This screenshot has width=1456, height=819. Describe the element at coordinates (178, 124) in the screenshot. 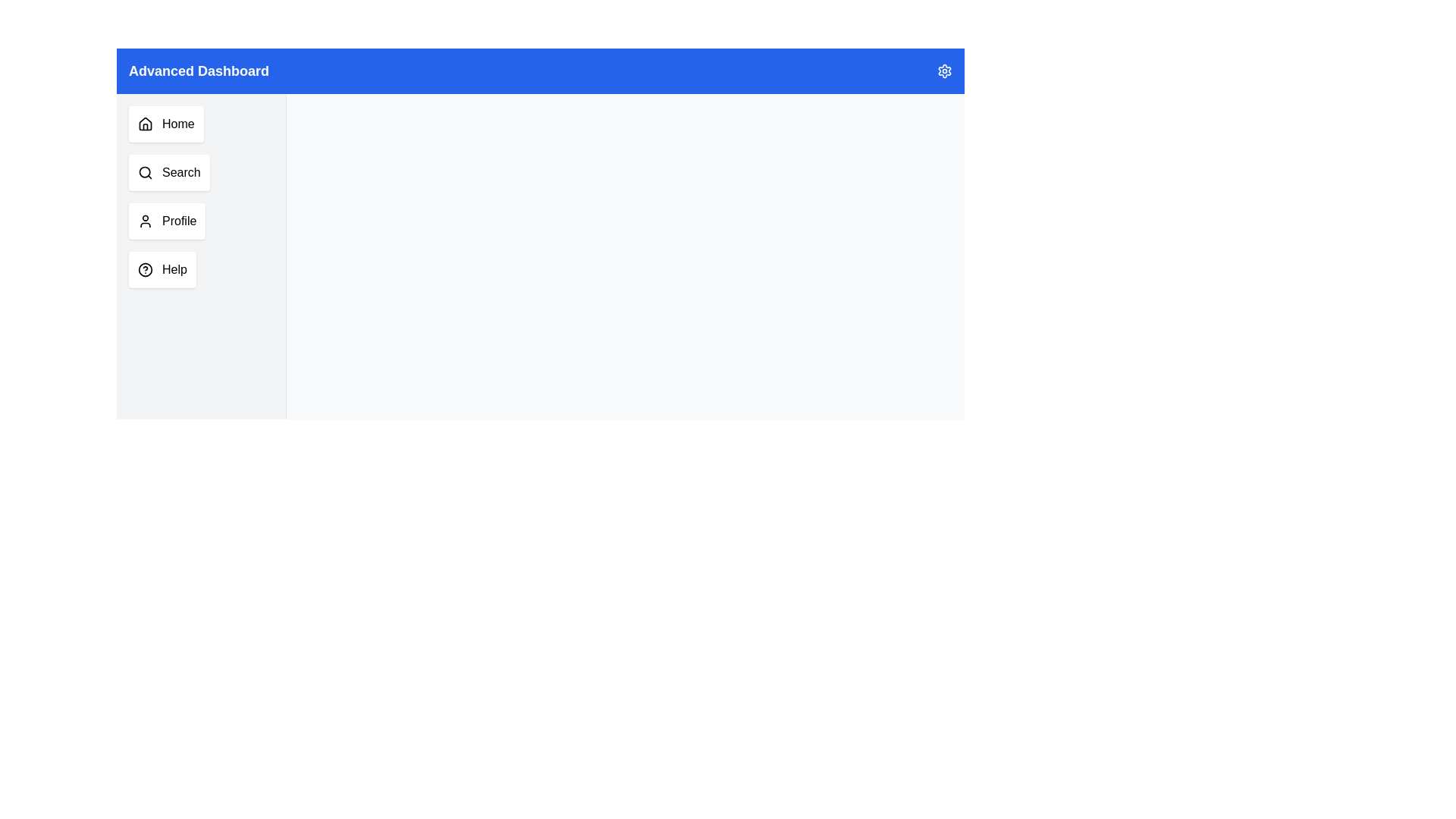

I see `the 'Home' text label located in the vertical menu on the left side of the interface, which is part of a button with a house icon` at that location.